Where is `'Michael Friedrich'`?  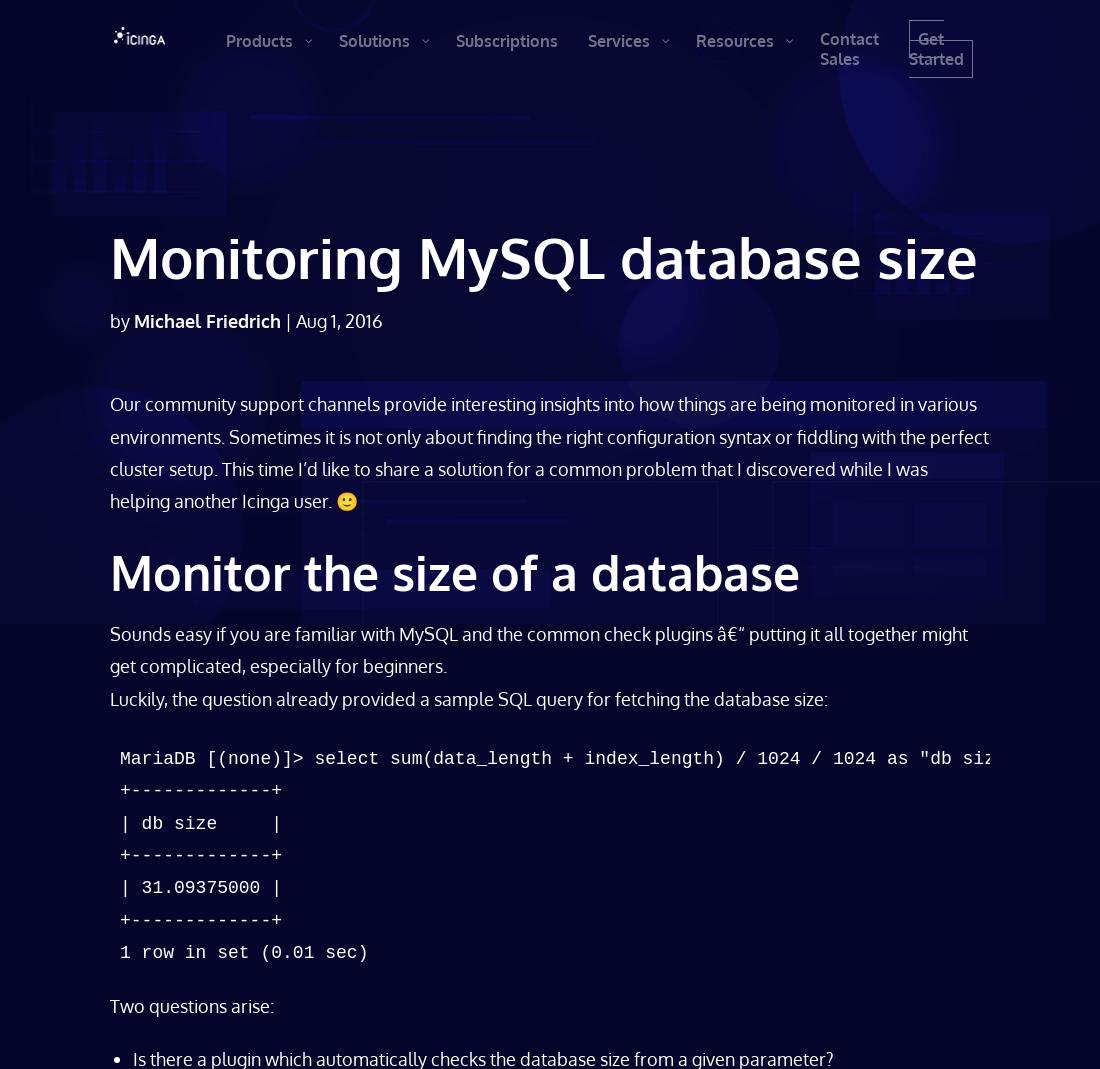
'Michael Friedrich' is located at coordinates (207, 320).